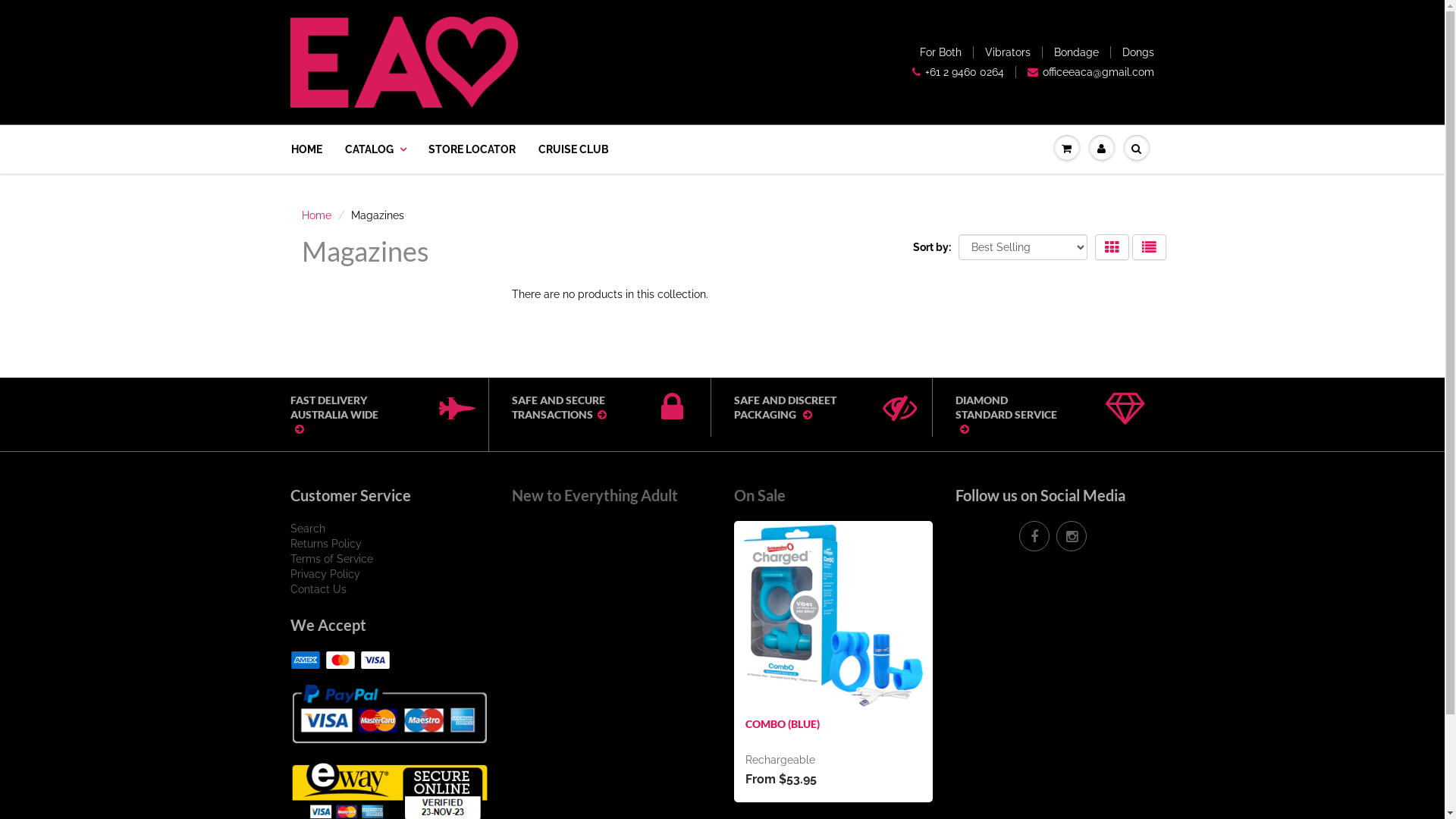  Describe the element at coordinates (1008, 52) in the screenshot. I see `'Vibrators'` at that location.